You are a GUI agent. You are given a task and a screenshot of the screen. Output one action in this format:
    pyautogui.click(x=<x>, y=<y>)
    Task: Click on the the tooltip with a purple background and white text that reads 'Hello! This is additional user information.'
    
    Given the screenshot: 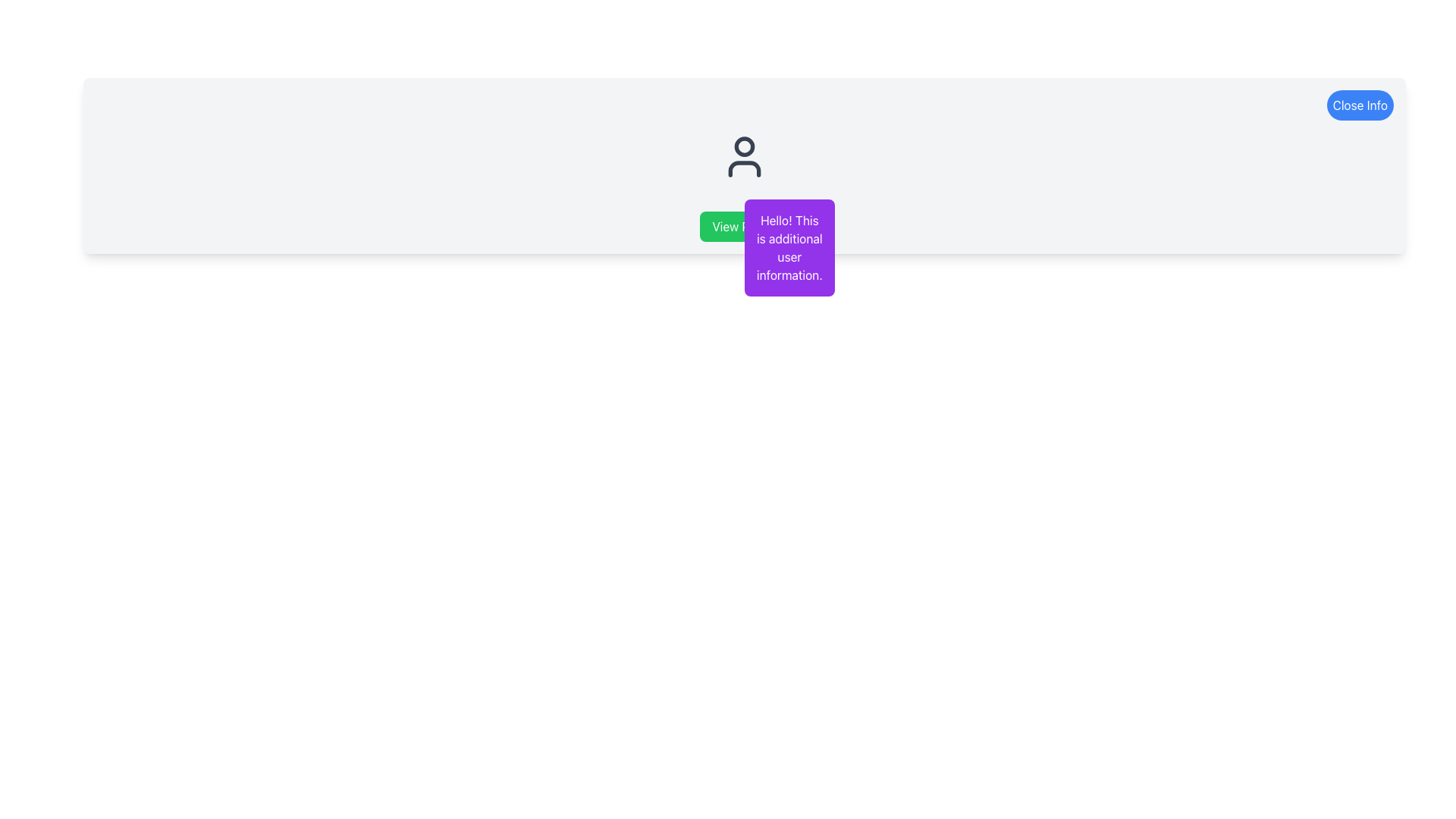 What is the action you would take?
    pyautogui.click(x=789, y=247)
    